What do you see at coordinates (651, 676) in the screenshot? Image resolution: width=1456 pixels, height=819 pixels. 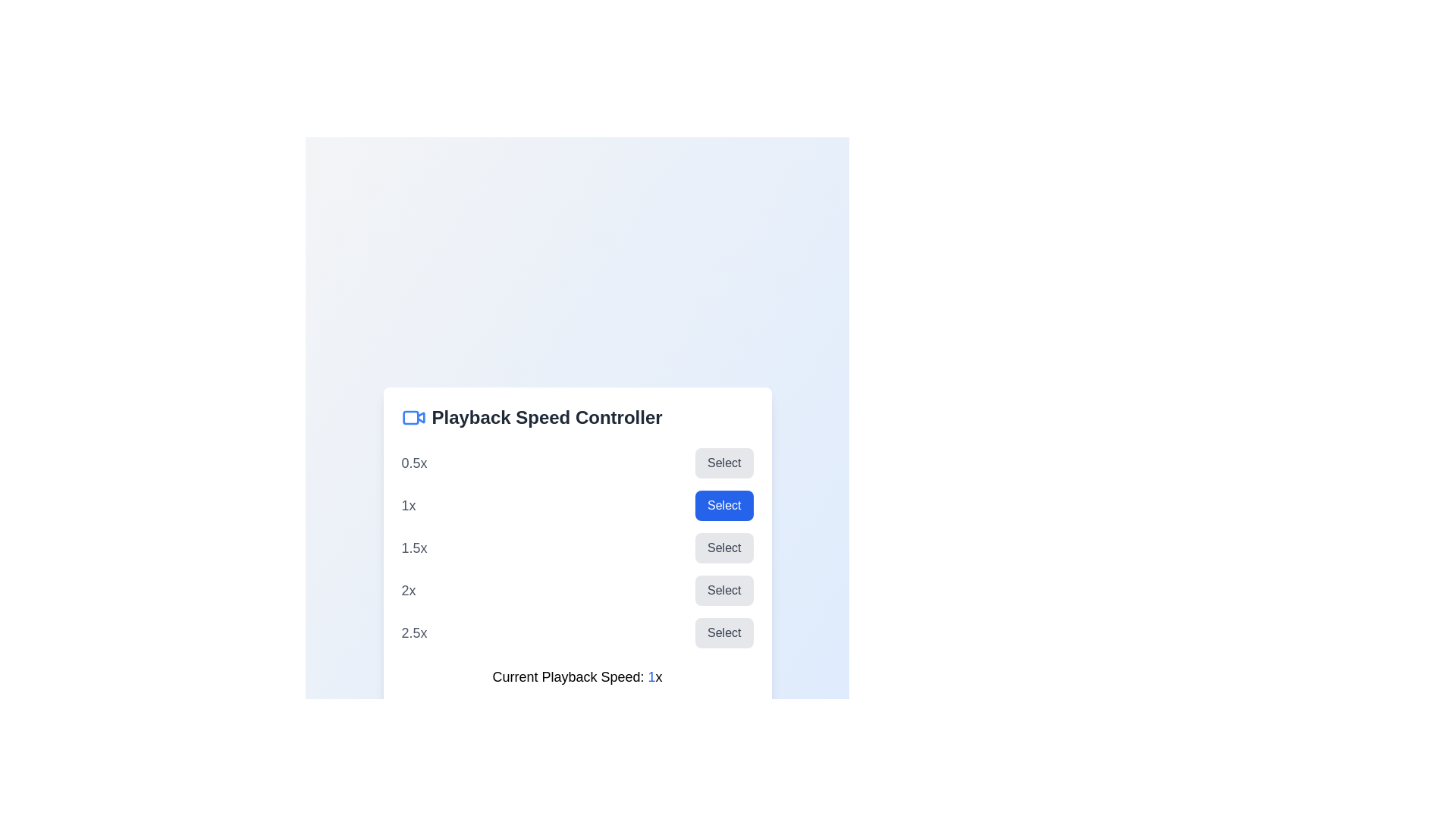 I see `blue-colored text displaying the numeral '1' within the phrase 'Current Playback Speed: 1x' located at the bottom of the playback speed controller interface` at bounding box center [651, 676].